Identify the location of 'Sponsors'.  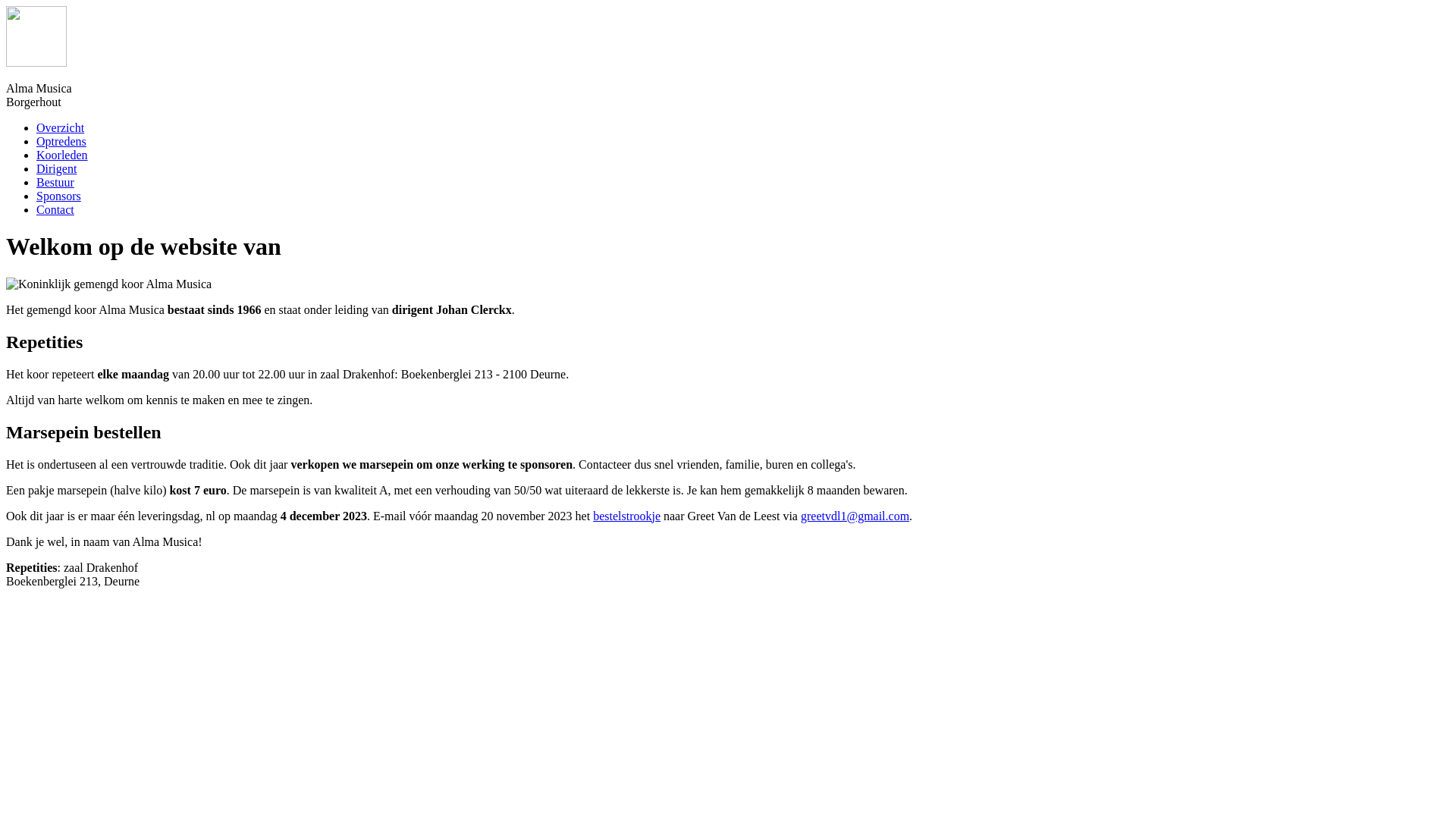
(58, 195).